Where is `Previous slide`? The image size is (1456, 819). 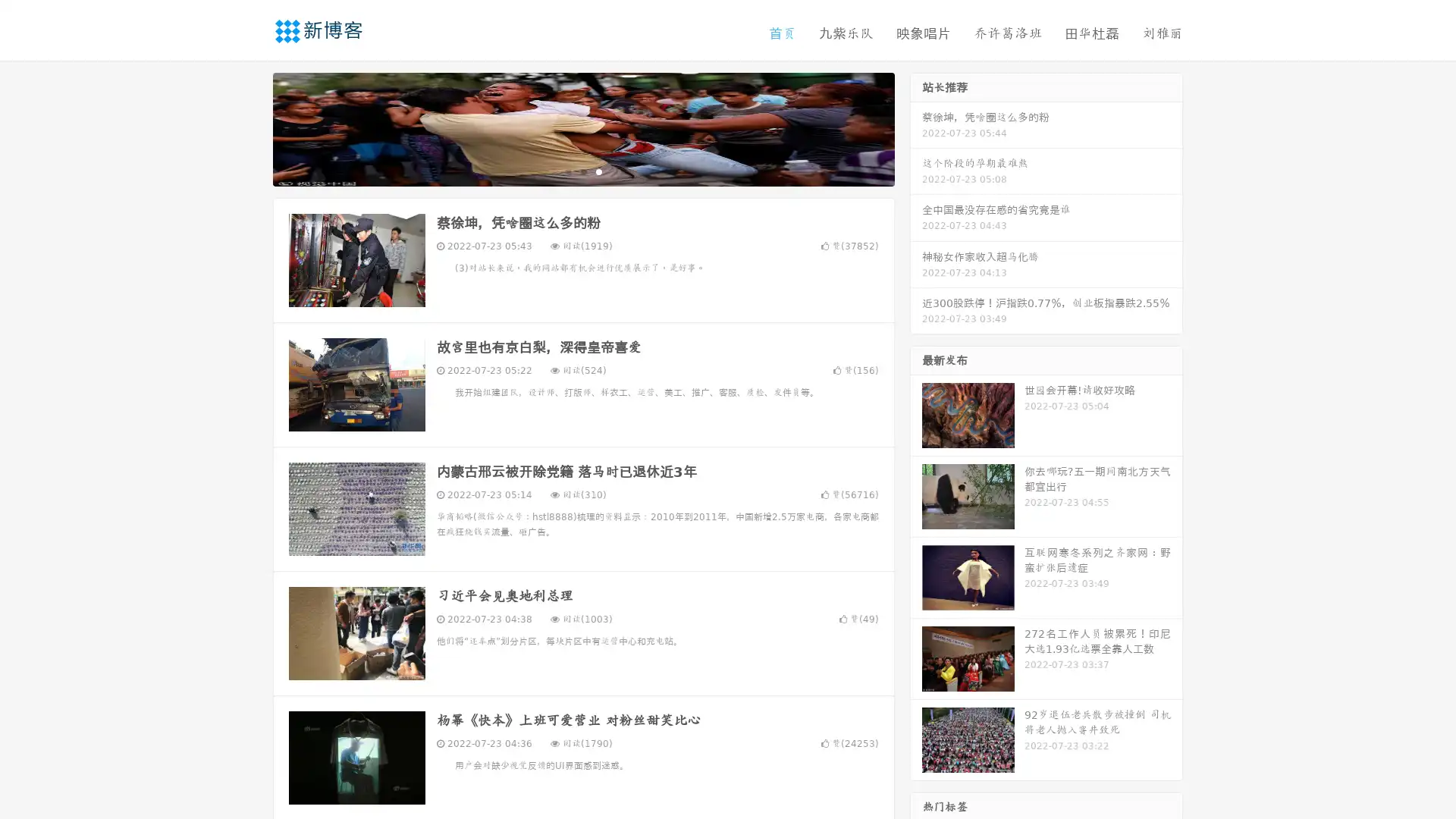 Previous slide is located at coordinates (250, 127).